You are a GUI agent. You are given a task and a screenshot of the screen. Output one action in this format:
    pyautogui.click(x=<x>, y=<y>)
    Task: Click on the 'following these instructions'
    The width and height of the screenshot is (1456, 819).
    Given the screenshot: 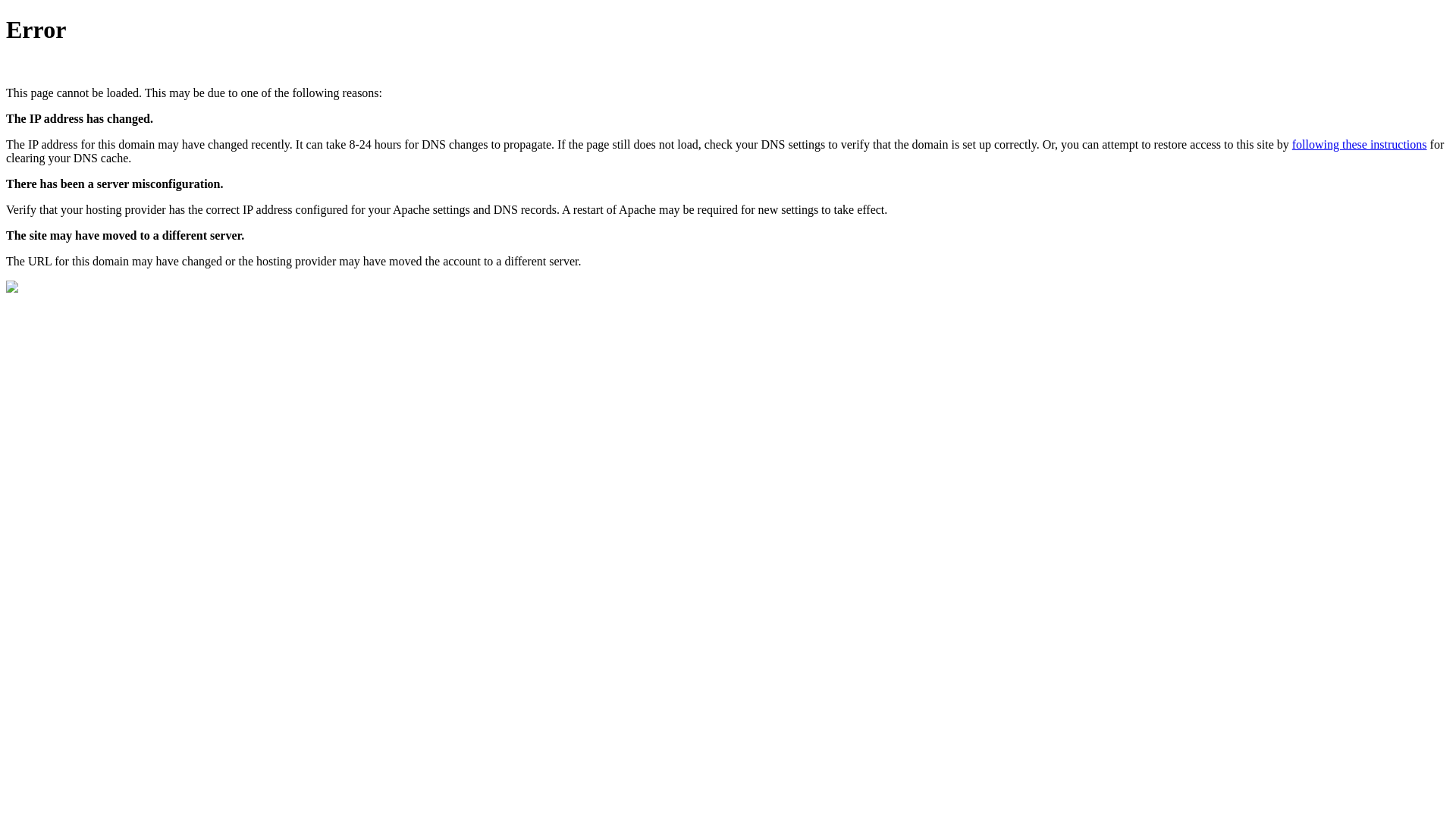 What is the action you would take?
    pyautogui.click(x=1360, y=144)
    